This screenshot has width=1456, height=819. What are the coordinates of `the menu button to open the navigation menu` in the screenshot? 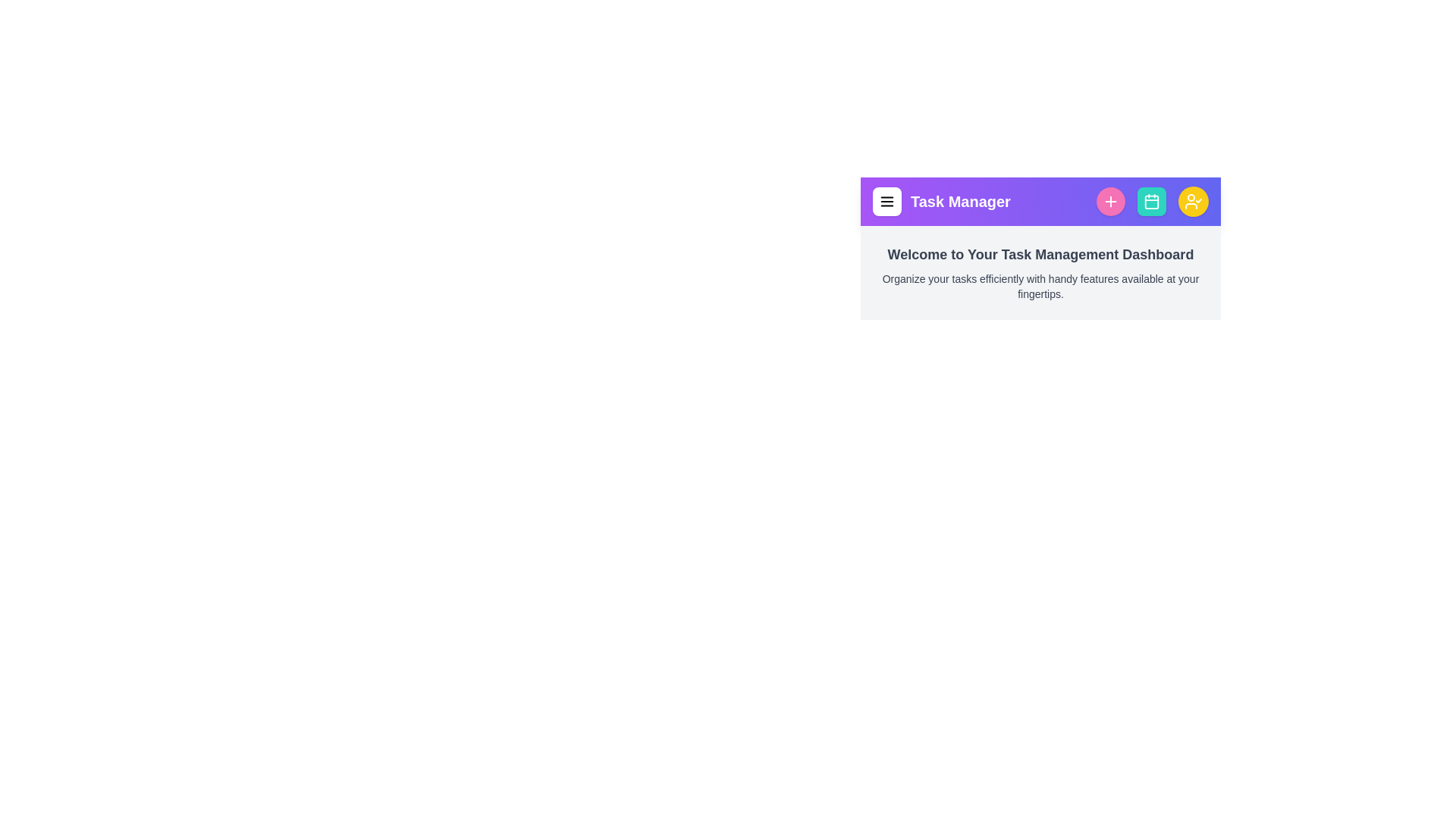 It's located at (887, 201).